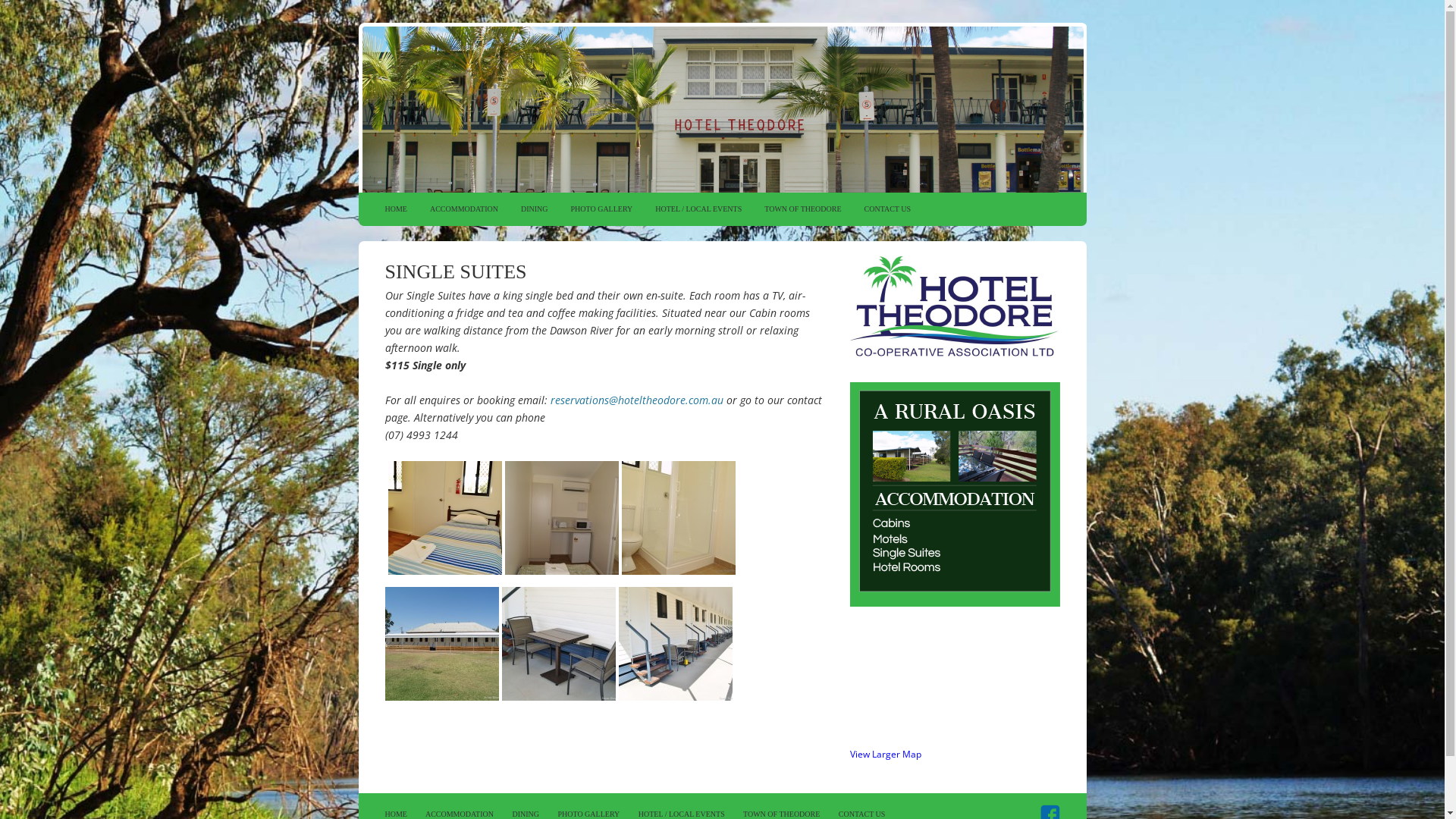 This screenshot has width=1456, height=819. I want to click on 'HOTEL / LOCAL EVENTS', so click(680, 813).